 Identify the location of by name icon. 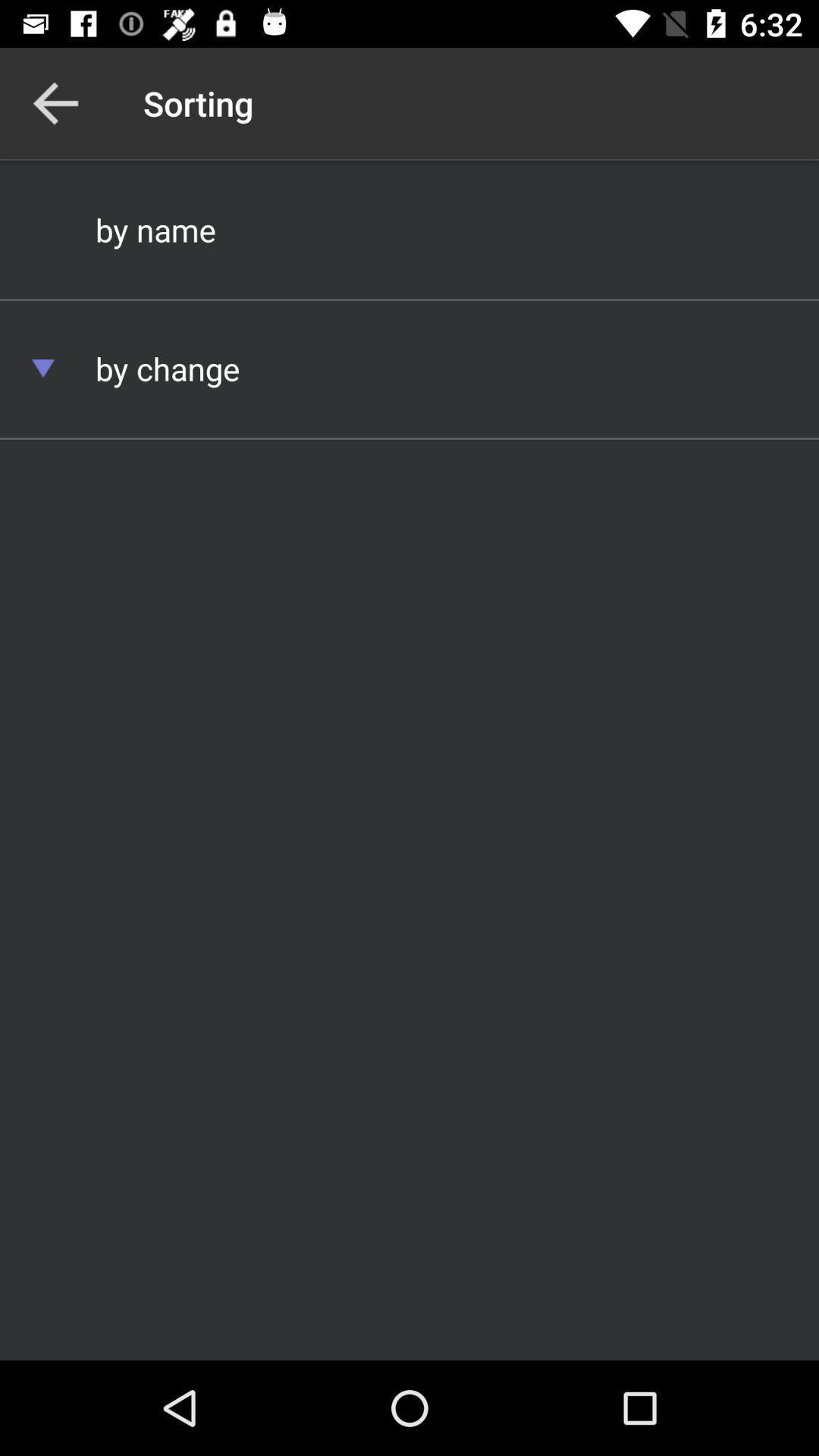
(409, 228).